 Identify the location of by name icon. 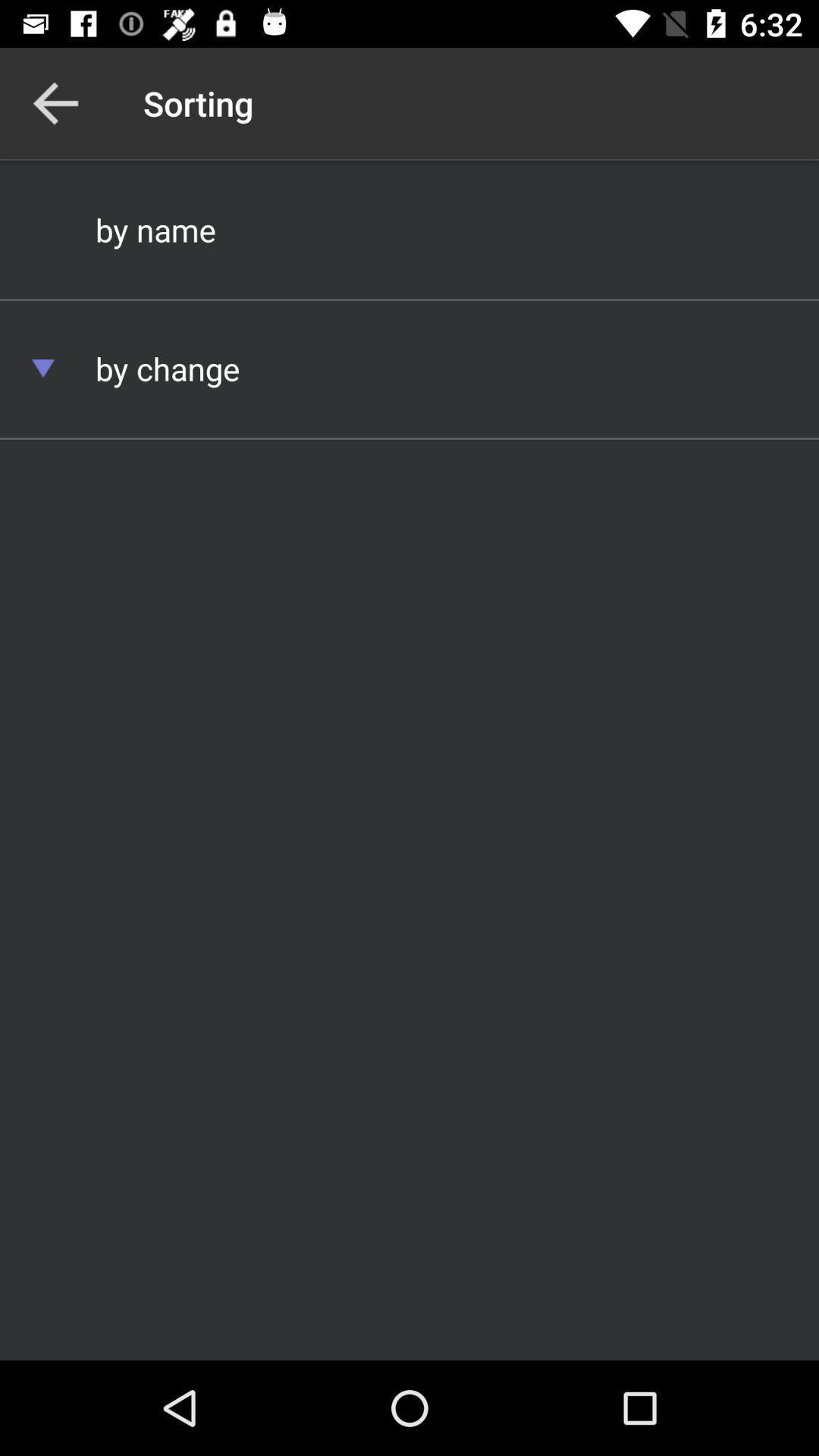
(409, 228).